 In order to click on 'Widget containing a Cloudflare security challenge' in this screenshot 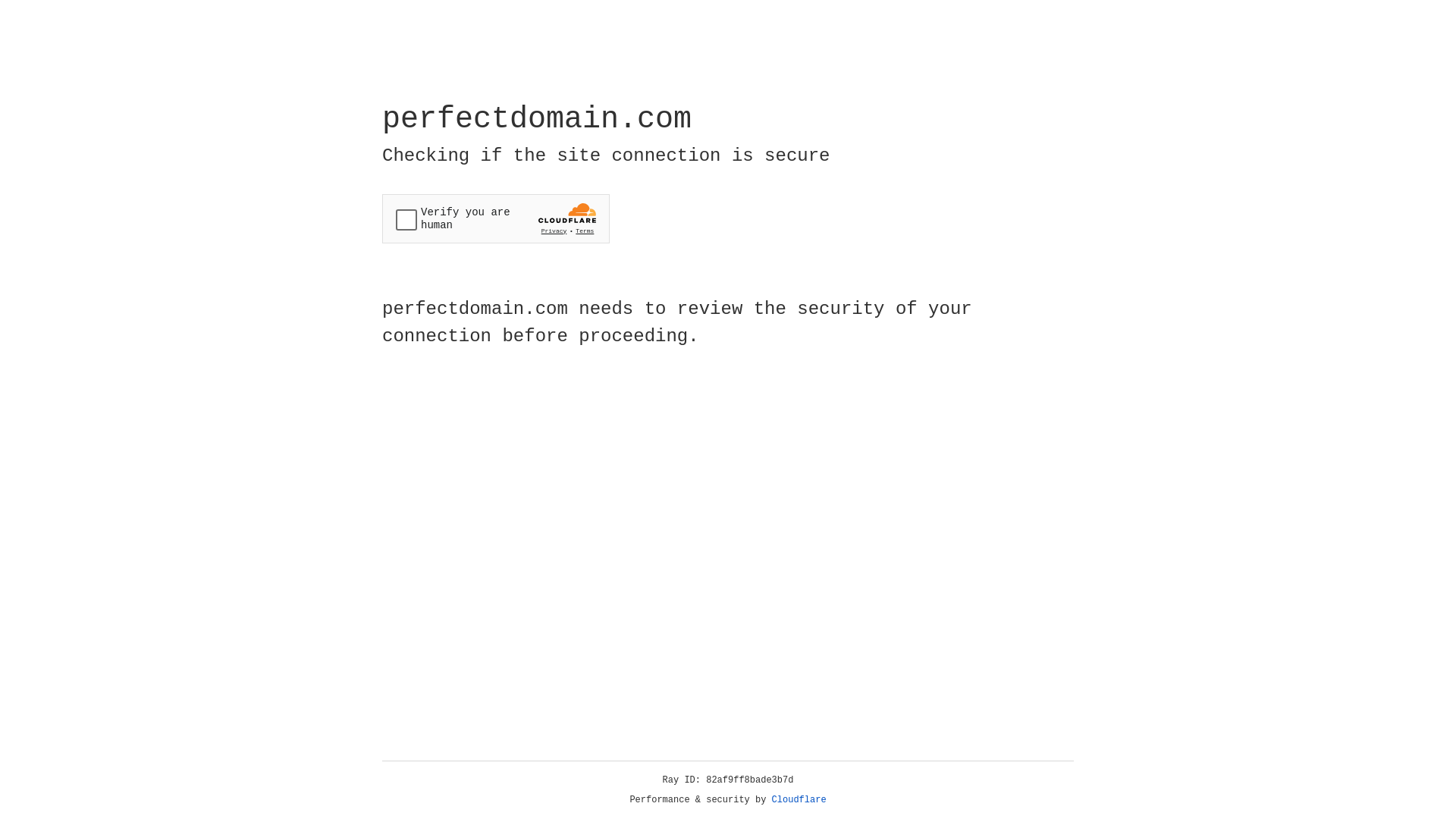, I will do `click(495, 218)`.